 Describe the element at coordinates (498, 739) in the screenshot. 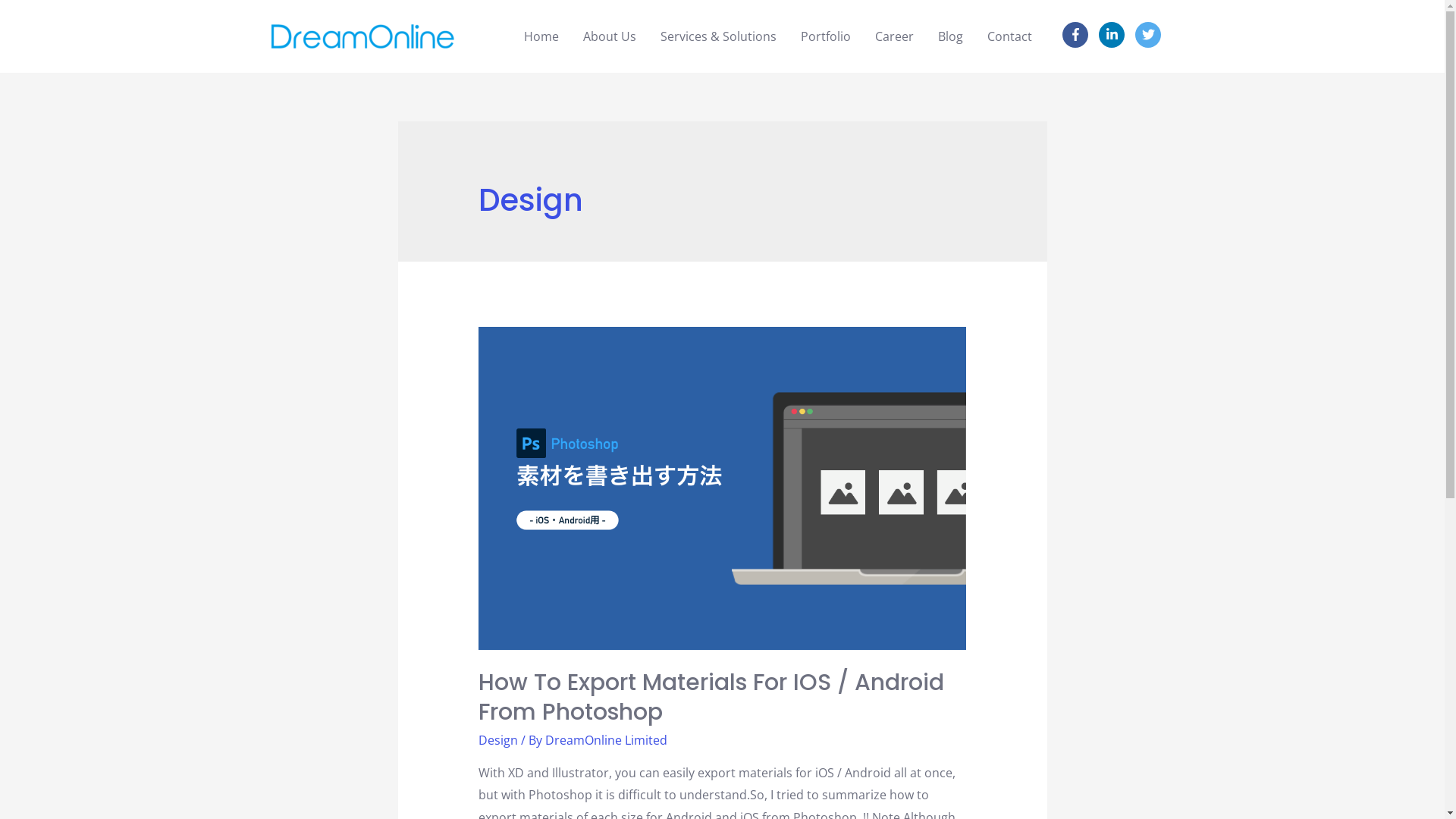

I see `'Design'` at that location.